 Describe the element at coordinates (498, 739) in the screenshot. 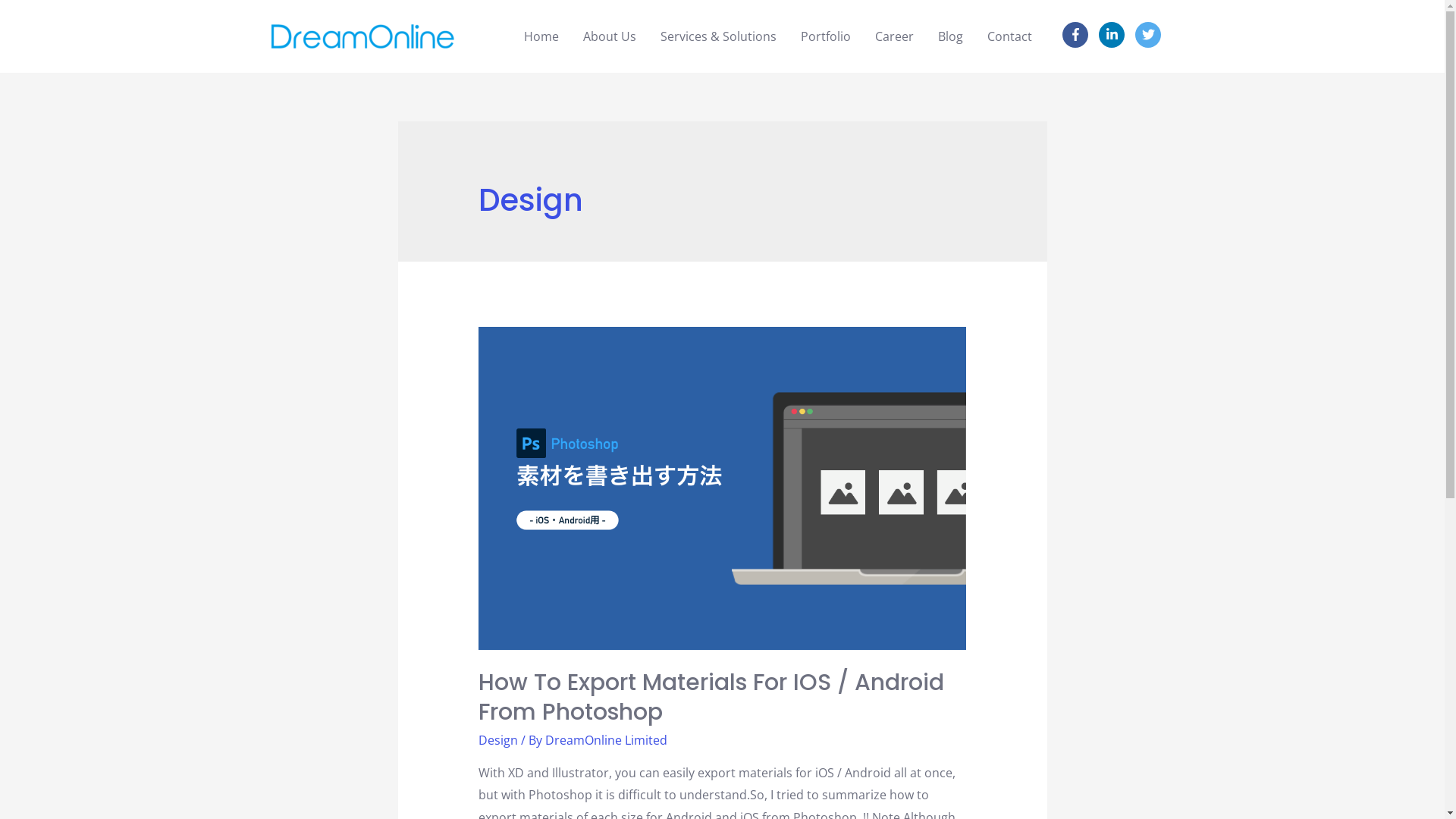

I see `'Design'` at that location.